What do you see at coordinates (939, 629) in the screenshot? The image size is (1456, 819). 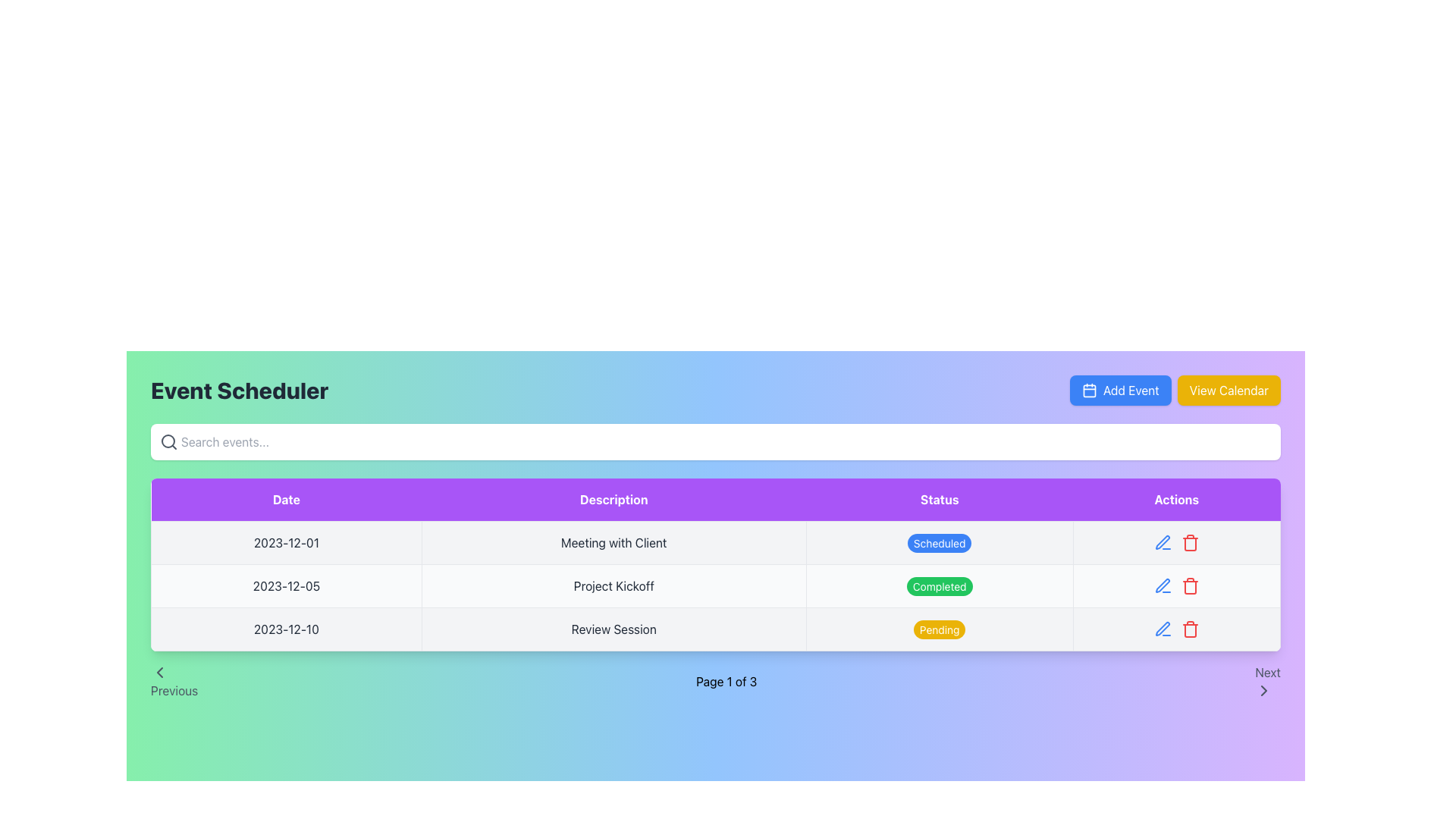 I see `the non-interactive Text Label in the third row of the table that displays the status as 'Pending'` at bounding box center [939, 629].